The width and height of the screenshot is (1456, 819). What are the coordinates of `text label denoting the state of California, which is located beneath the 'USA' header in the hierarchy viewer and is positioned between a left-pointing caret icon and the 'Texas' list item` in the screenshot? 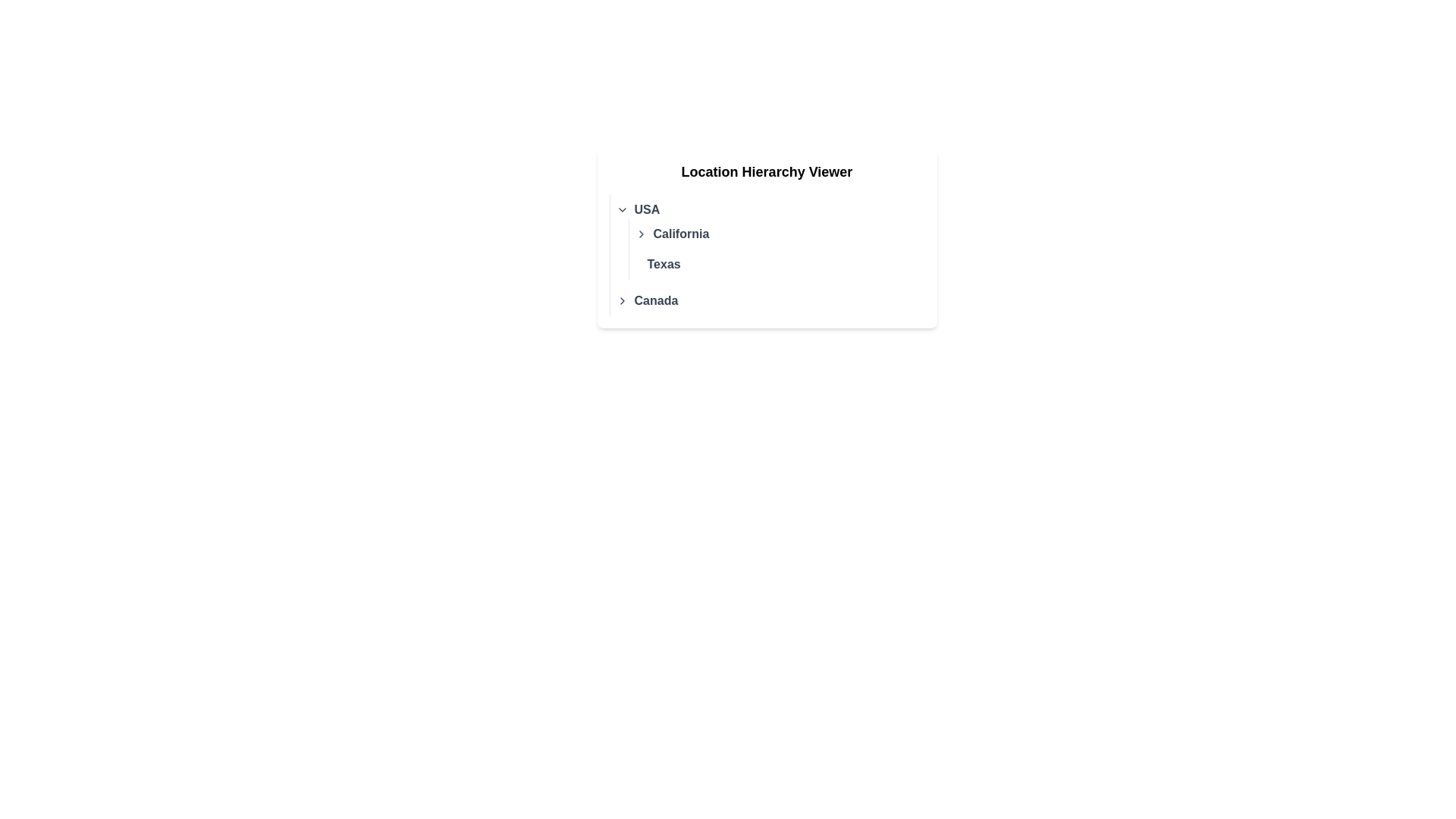 It's located at (680, 234).